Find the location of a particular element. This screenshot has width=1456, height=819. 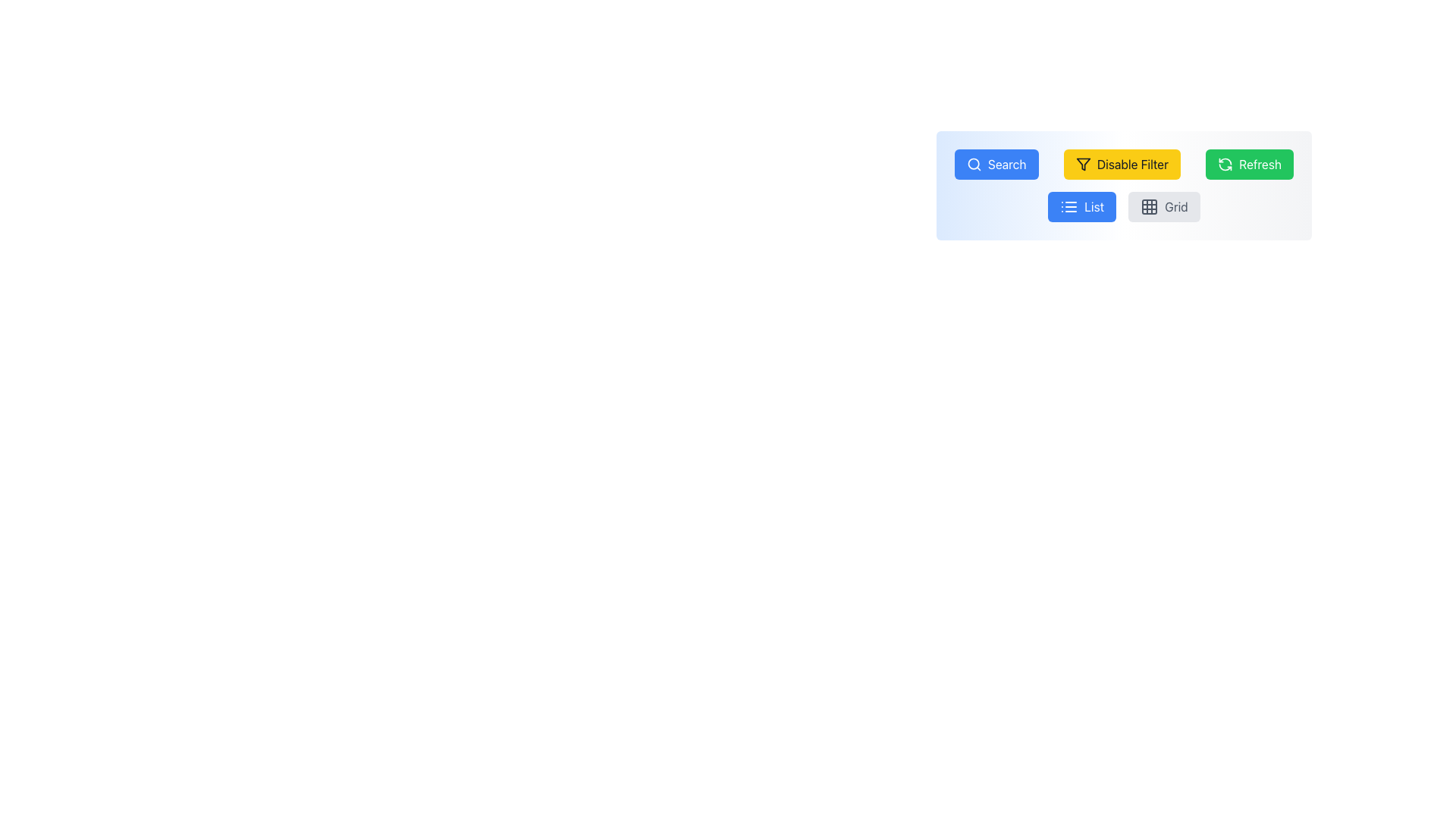

the text label 'Refresh' inside the rightmost green button in the top-right area of the user interface, which indicates the functionality to refresh or reload the content is located at coordinates (1260, 164).